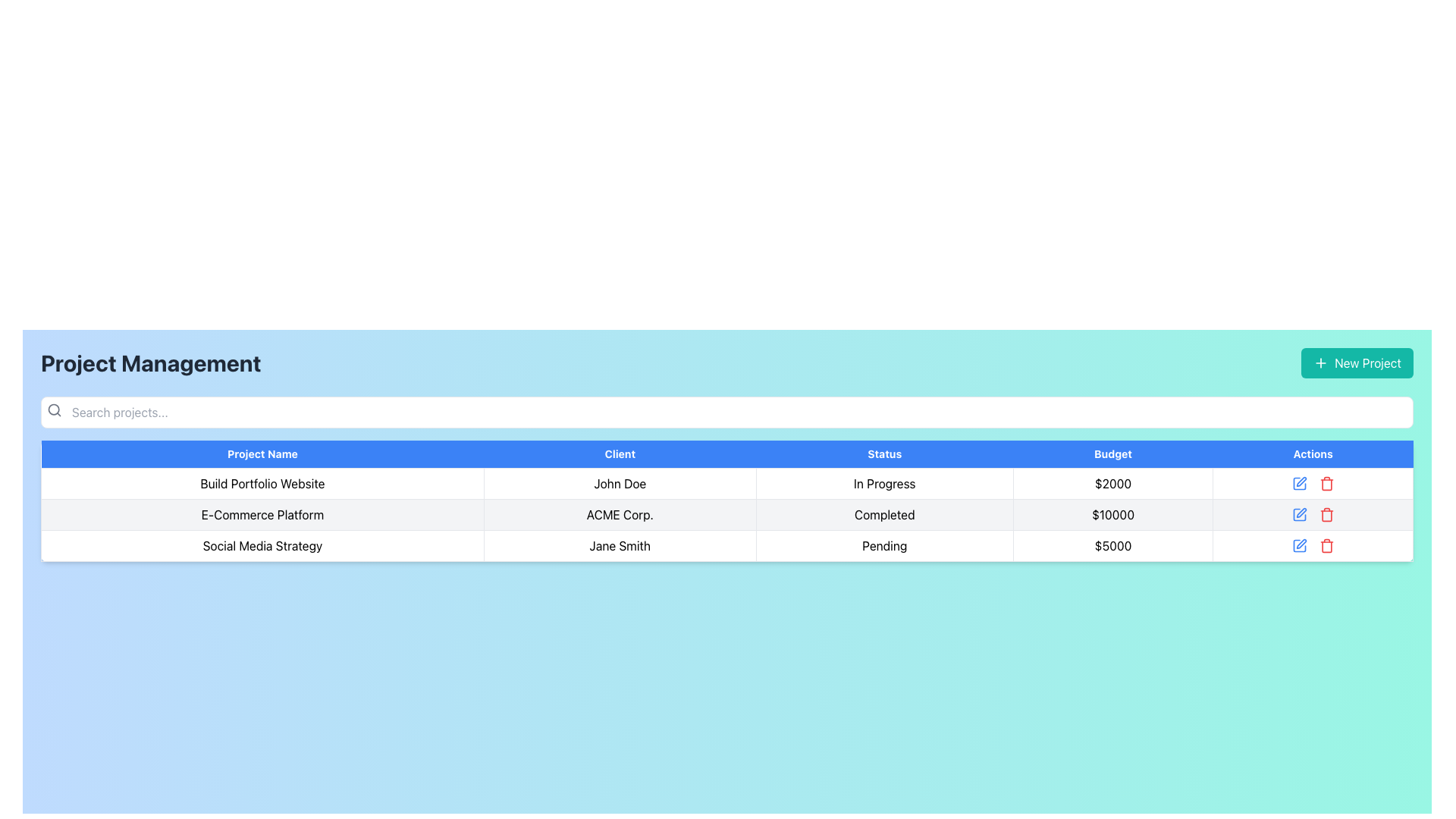 The image size is (1456, 819). What do you see at coordinates (1312, 483) in the screenshot?
I see `the interactive icons in the last cell of the 'Actions' column for the project titled 'Build Portfolio Website'` at bounding box center [1312, 483].